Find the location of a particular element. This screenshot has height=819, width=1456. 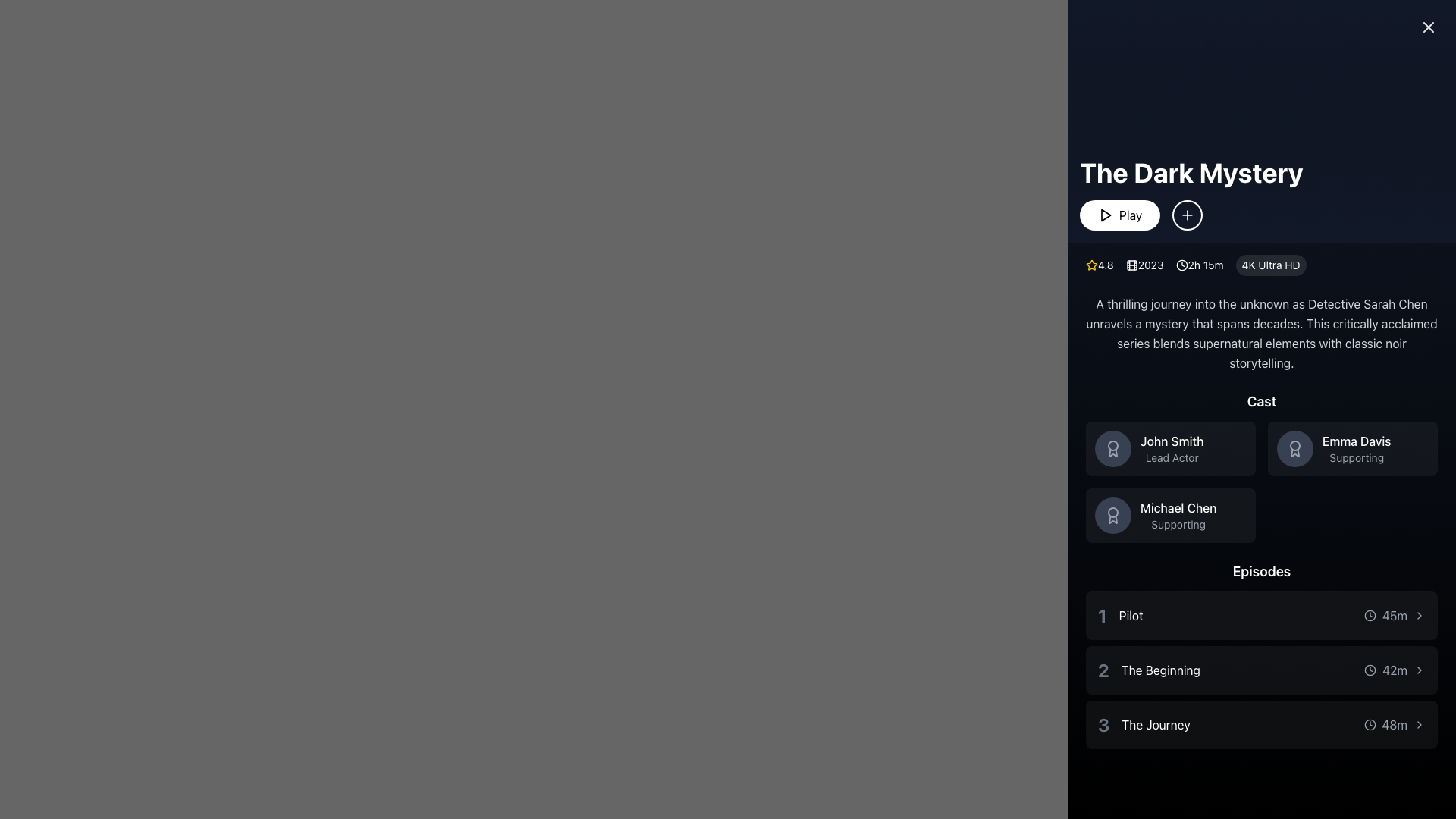

the text element displaying 'Emma Davis' in the top-right card of the 'Cast' section, which is visually distinct and positioned above the supporting role description is located at coordinates (1357, 441).